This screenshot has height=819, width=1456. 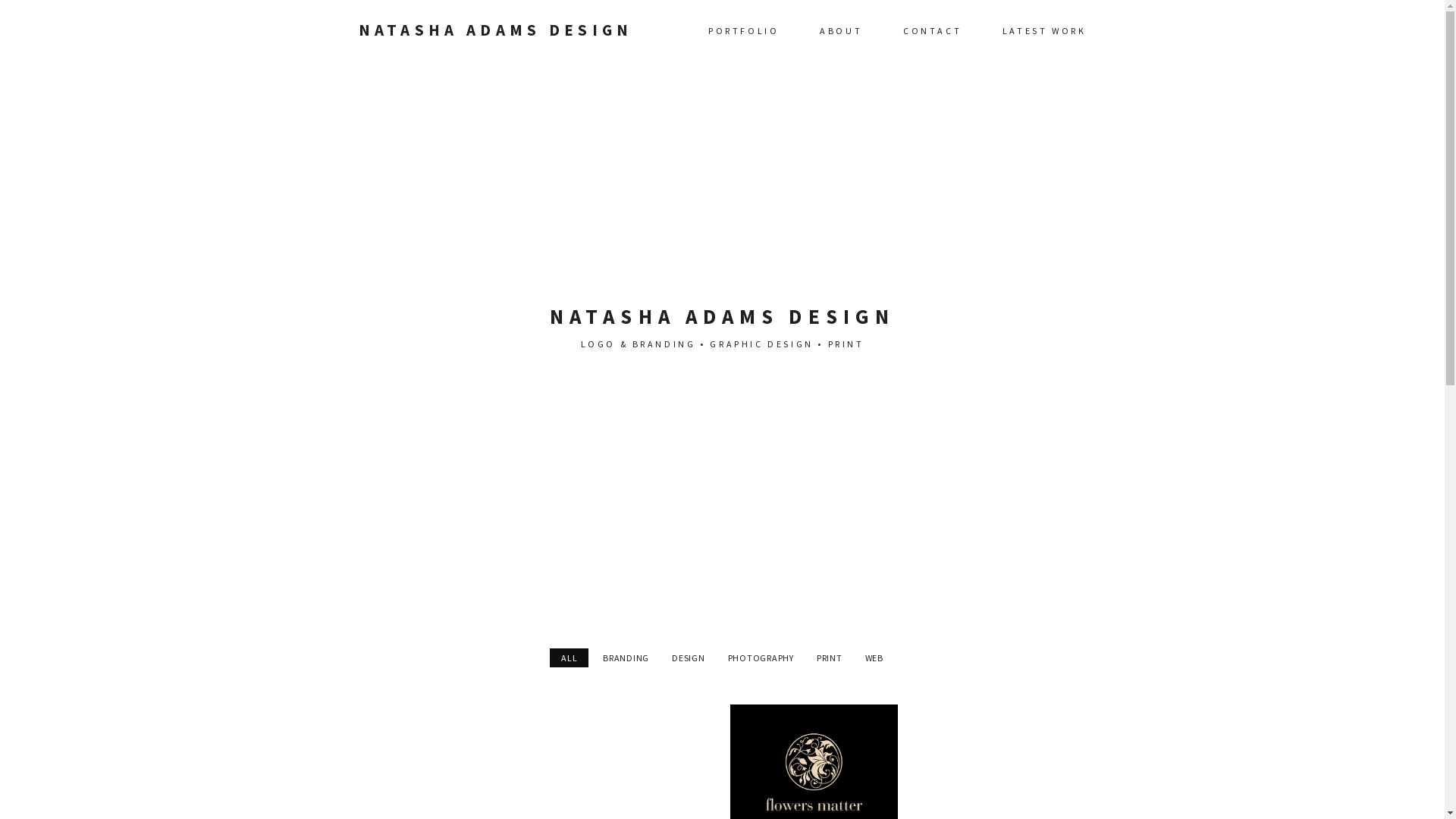 I want to click on 'DESIGN', so click(x=687, y=657).